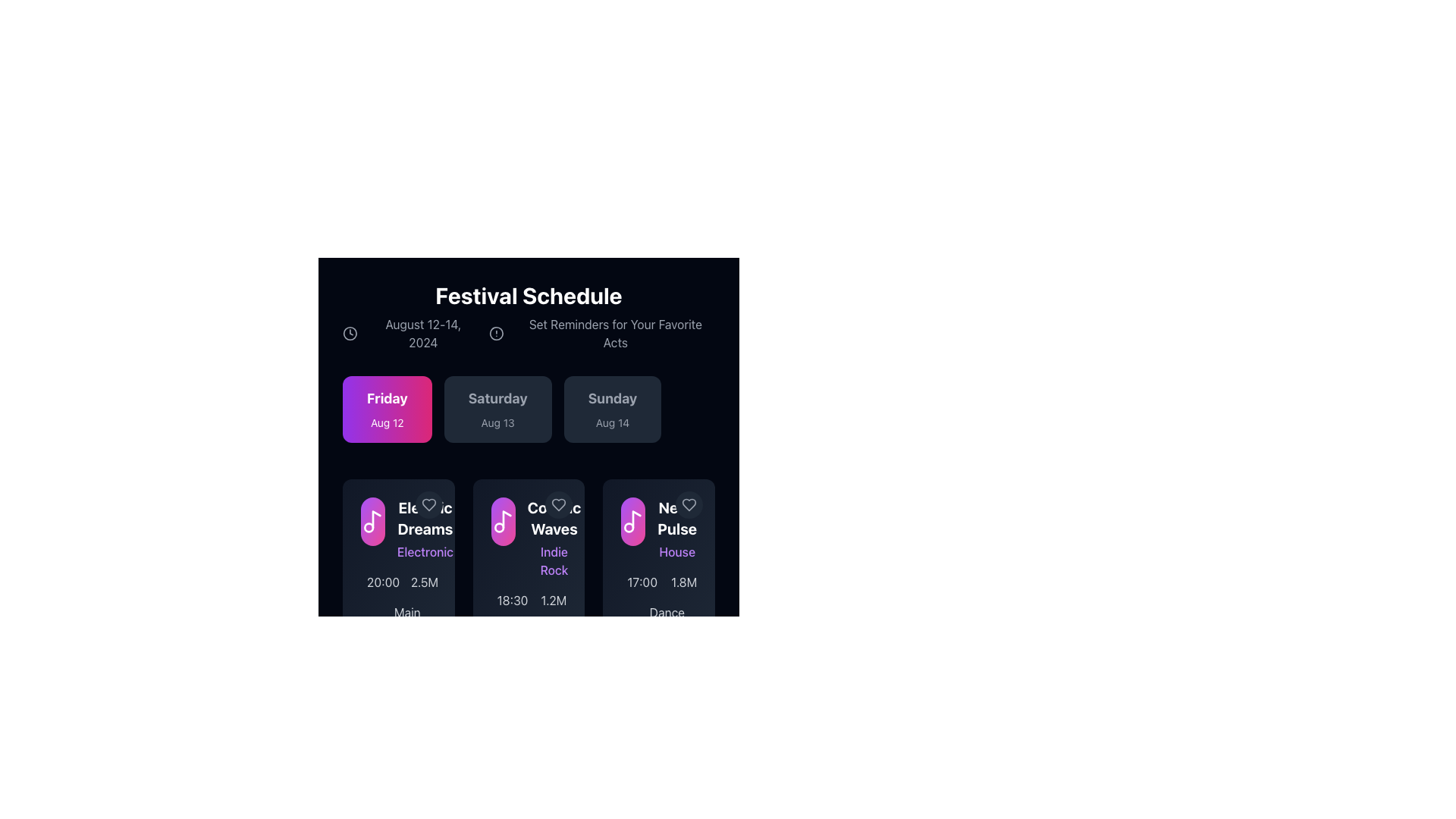  Describe the element at coordinates (667, 622) in the screenshot. I see `the 'Dance Arena' text label, which displays the venue for the 'Neo Pulse' event located at the bottom edge of the card` at that location.